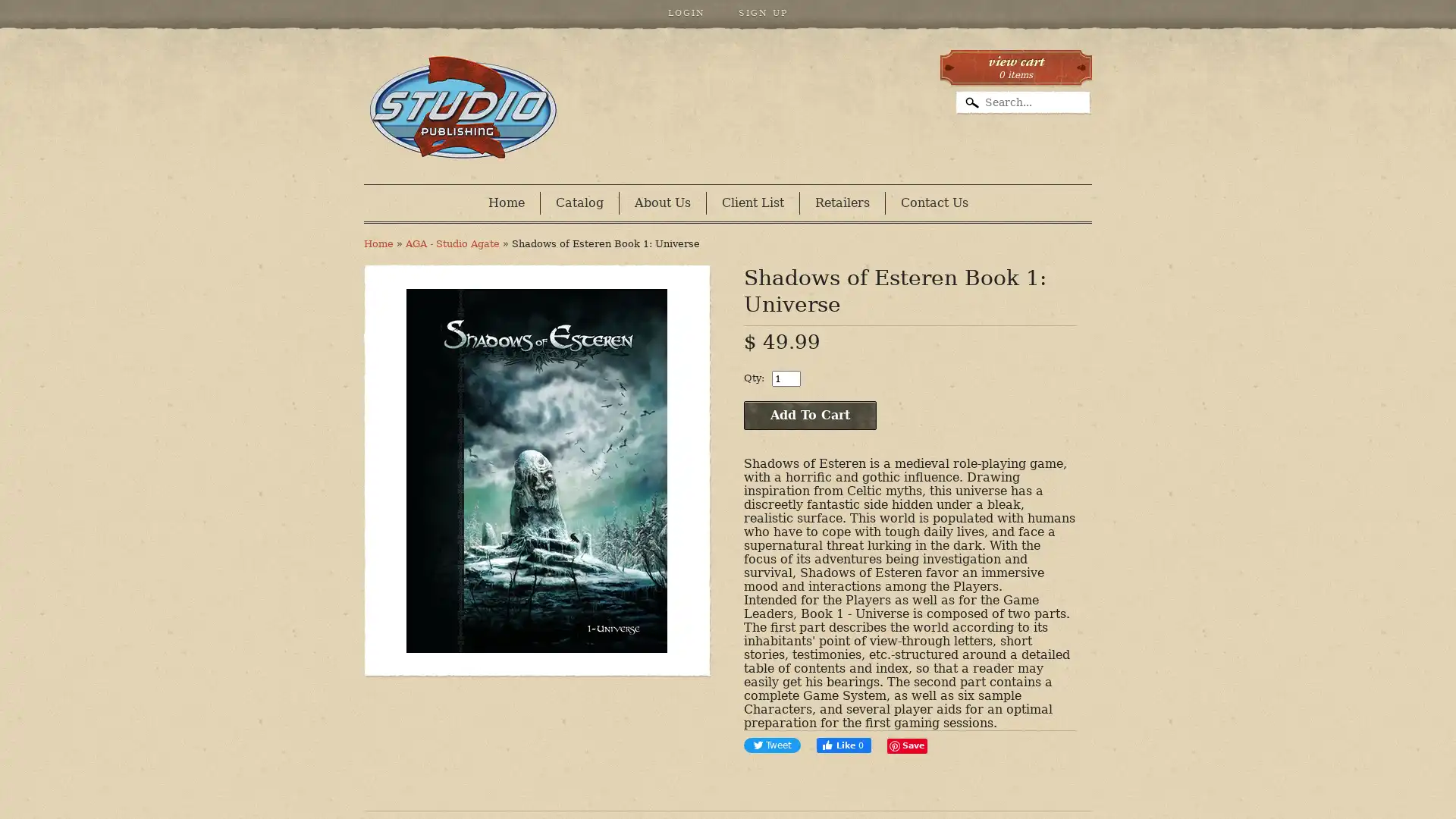  Describe the element at coordinates (809, 415) in the screenshot. I see `Add To Cart` at that location.